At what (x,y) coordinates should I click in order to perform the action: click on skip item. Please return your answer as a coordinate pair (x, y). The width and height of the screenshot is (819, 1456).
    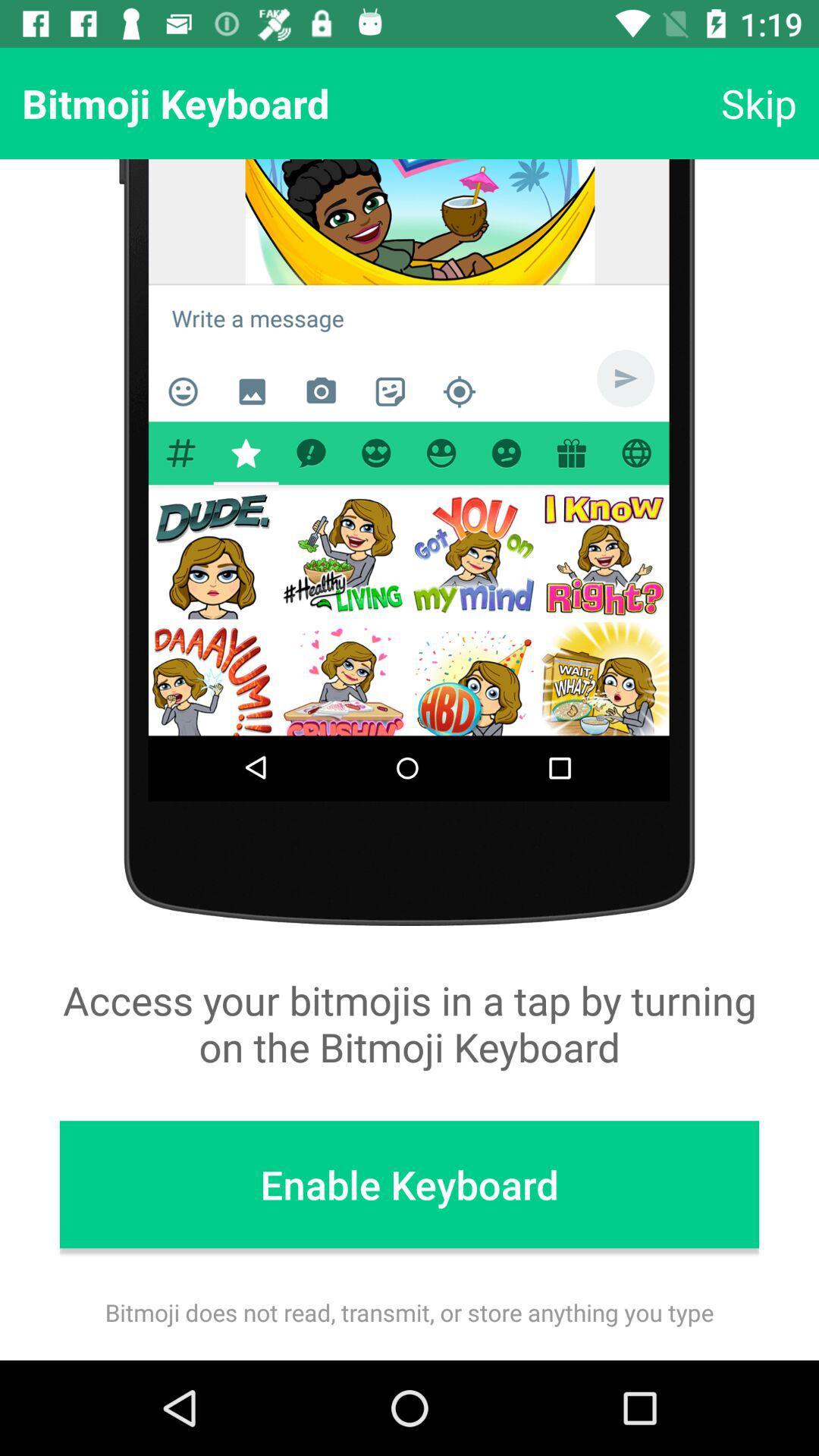
    Looking at the image, I should click on (758, 102).